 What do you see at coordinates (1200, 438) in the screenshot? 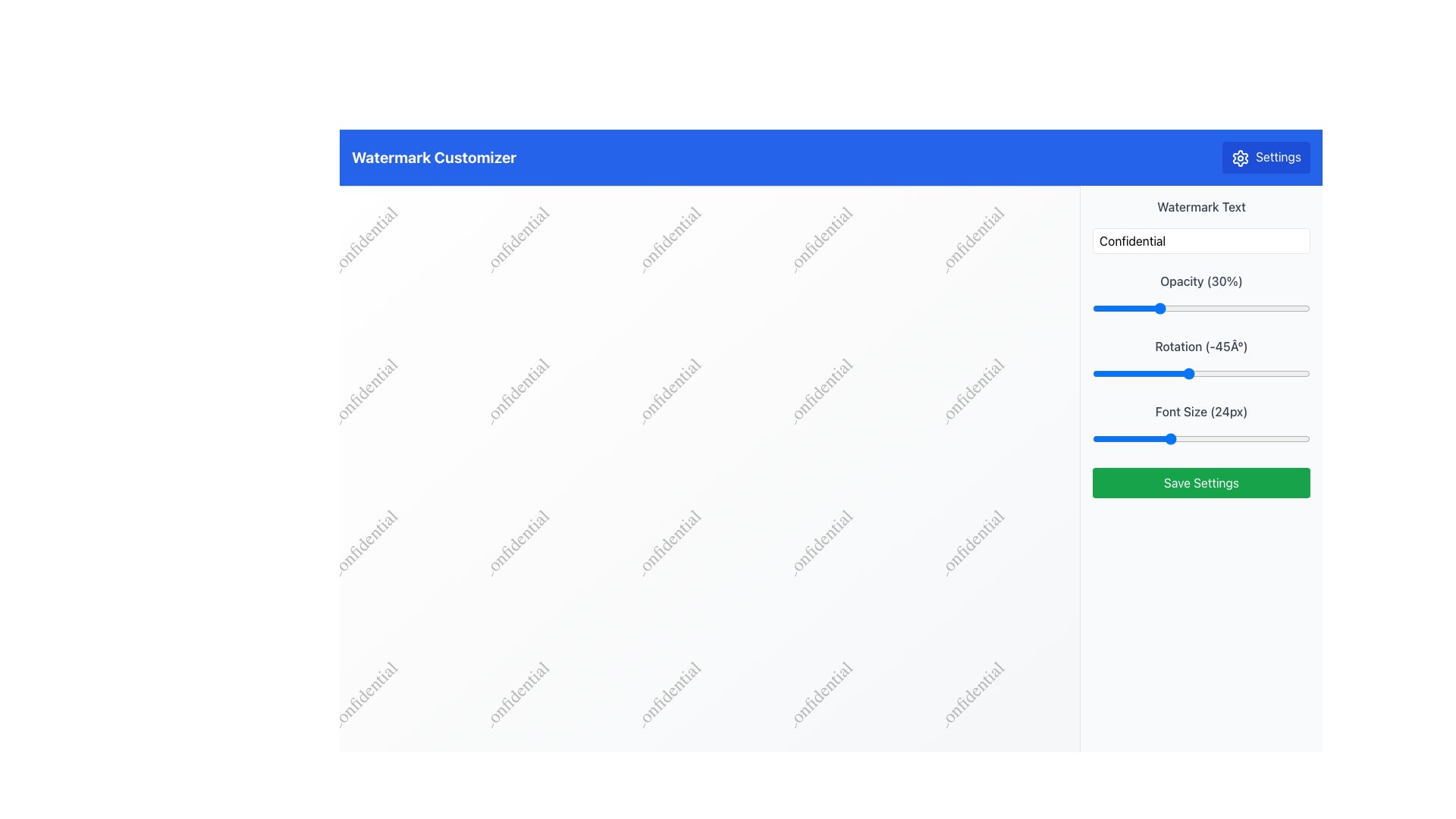
I see `the track of the Range Slider located below the 'Font Size (24px)' label to adjust its position` at bounding box center [1200, 438].